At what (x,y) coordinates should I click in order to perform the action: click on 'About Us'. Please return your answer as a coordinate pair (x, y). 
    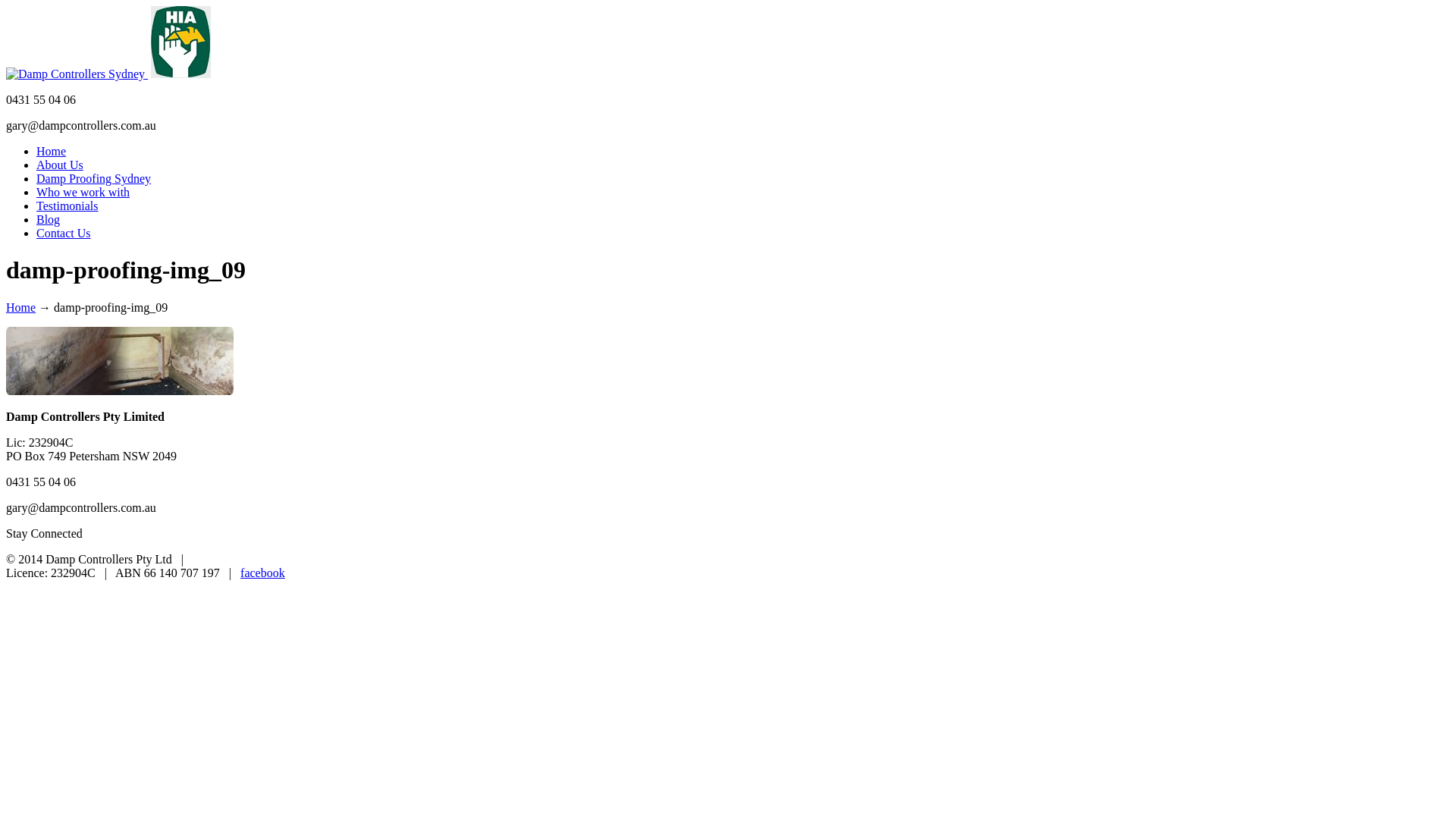
    Looking at the image, I should click on (59, 165).